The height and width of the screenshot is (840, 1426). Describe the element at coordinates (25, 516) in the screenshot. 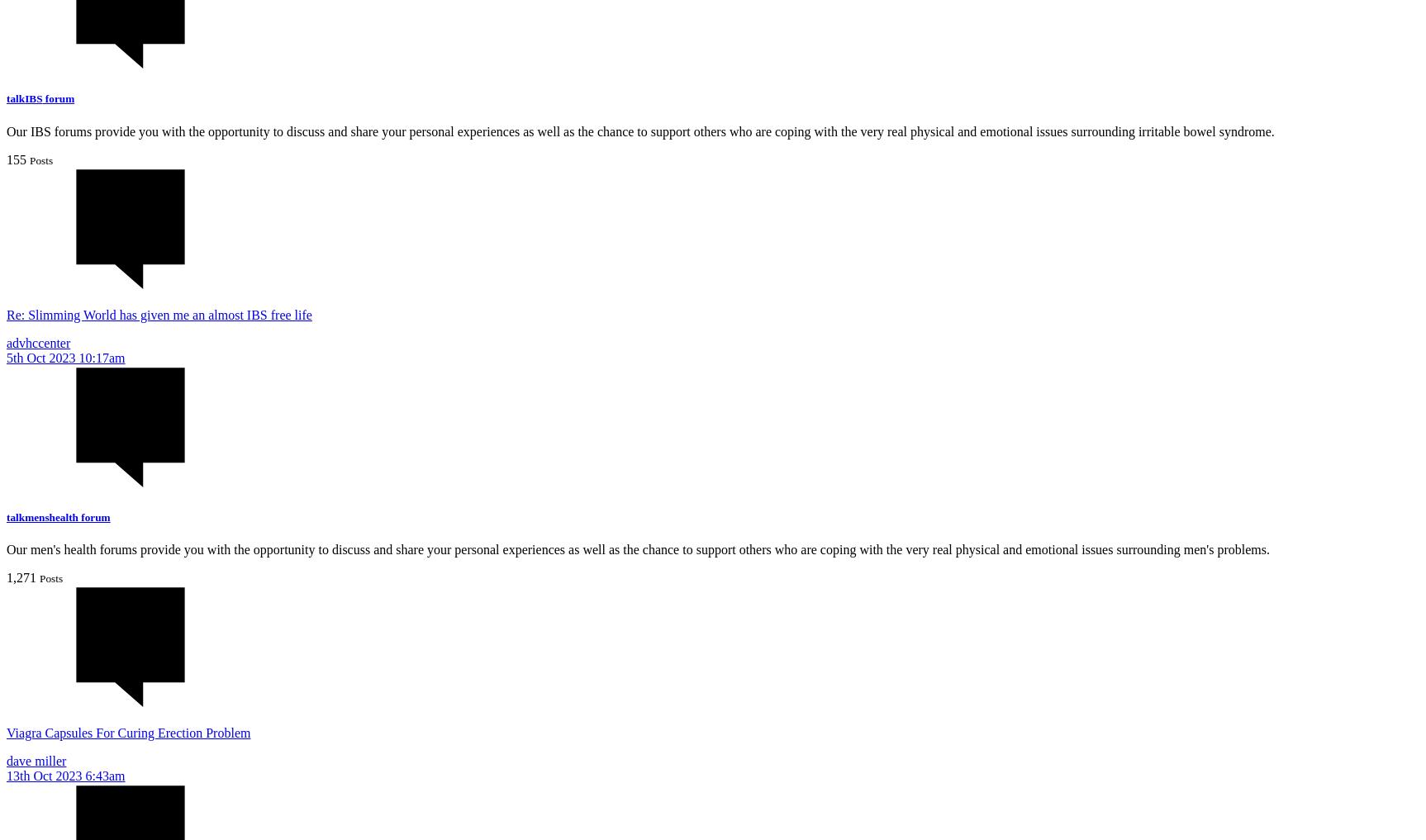

I see `'menshealth'` at that location.